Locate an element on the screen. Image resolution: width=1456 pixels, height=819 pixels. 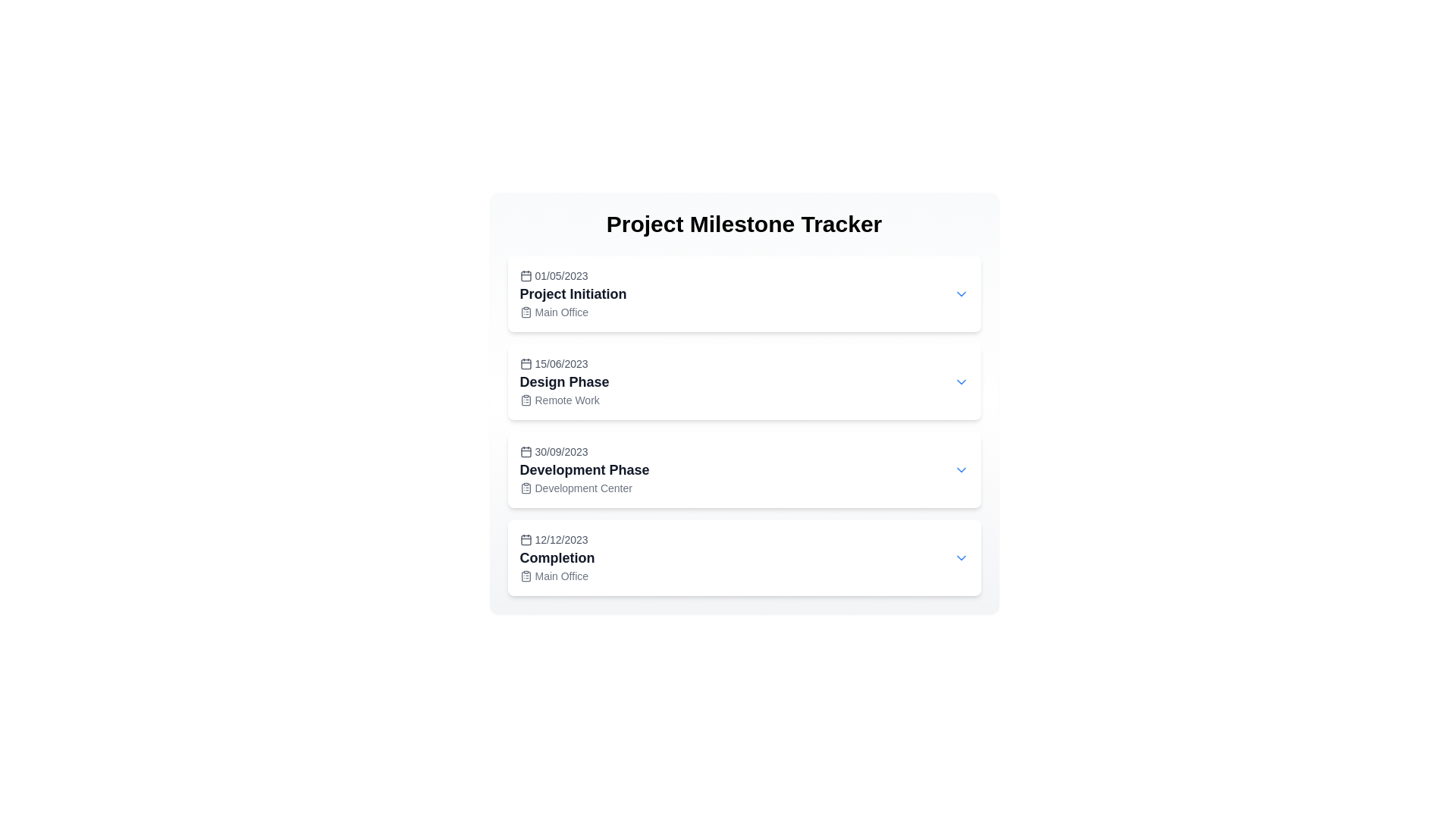
the decorative icon symbolizing the 'Main Office' location in the 'Project Milestone Tracker' list, positioned to the left of 'Main Office' is located at coordinates (526, 312).